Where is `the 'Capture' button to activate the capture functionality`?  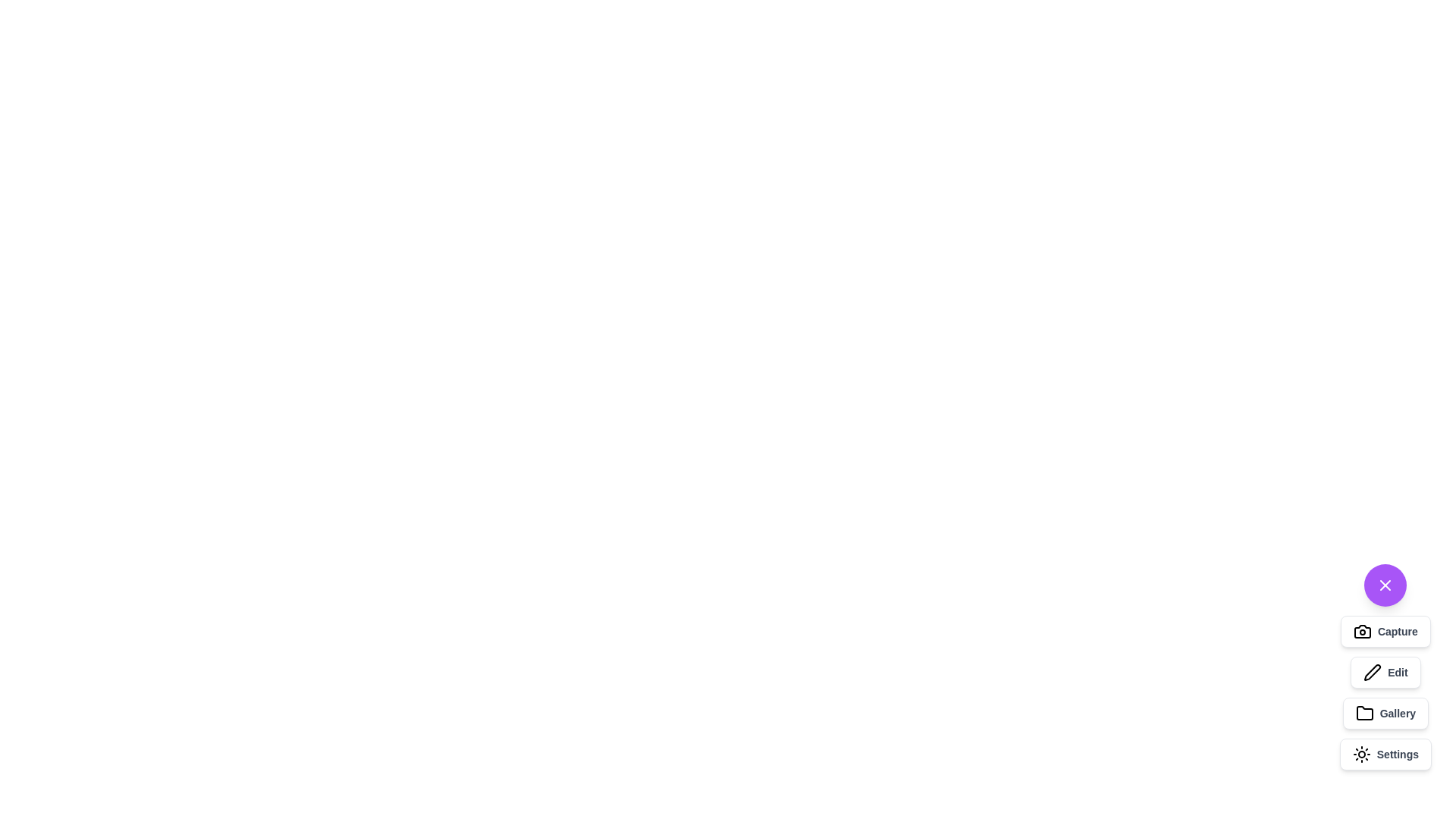 the 'Capture' button to activate the capture functionality is located at coordinates (1385, 632).